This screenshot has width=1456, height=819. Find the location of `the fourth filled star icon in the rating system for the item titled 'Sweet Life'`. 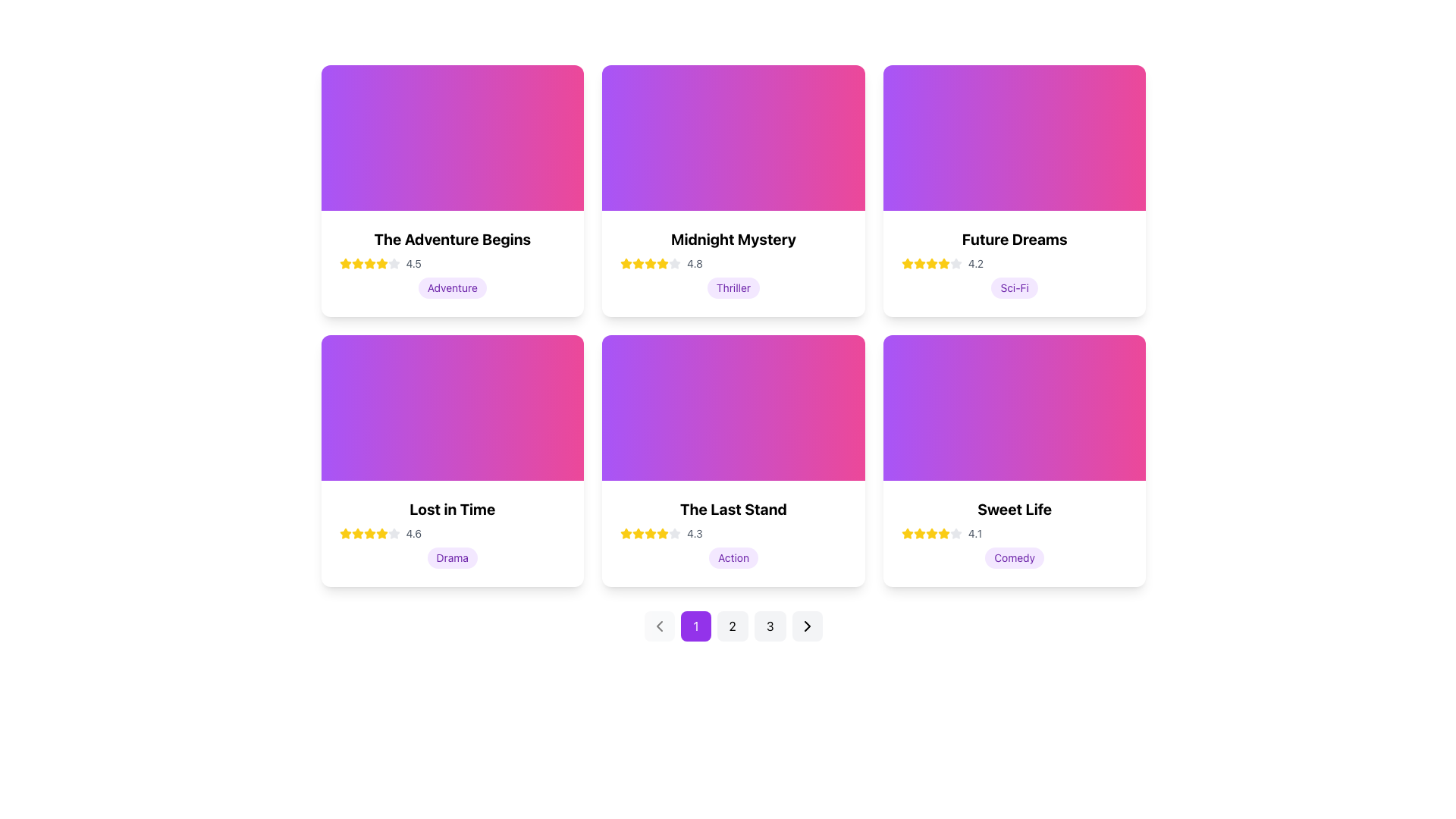

the fourth filled star icon in the rating system for the item titled 'Sweet Life' is located at coordinates (930, 533).